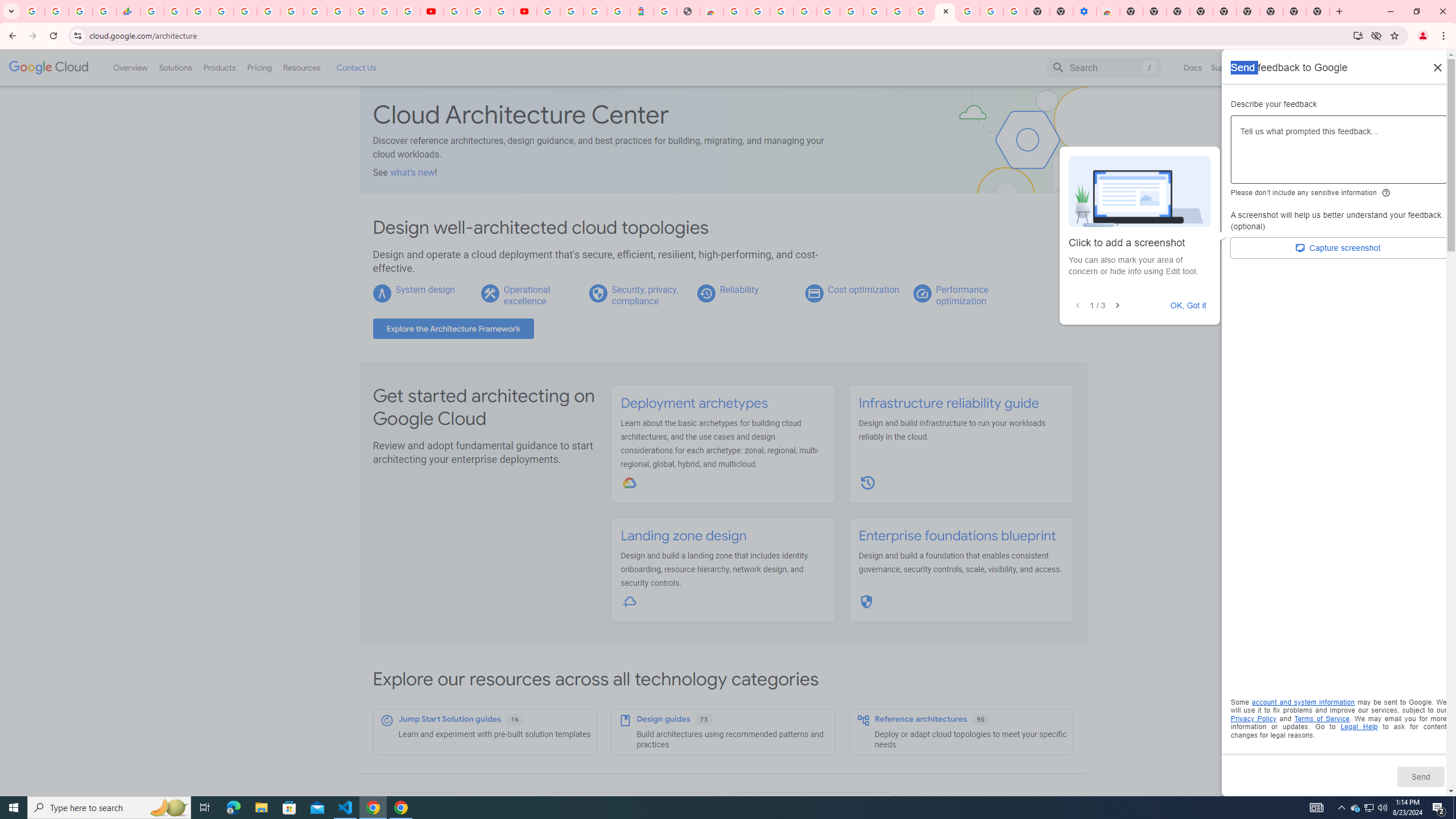 Image resolution: width=1456 pixels, height=819 pixels. Describe the element at coordinates (453, 329) in the screenshot. I see `'Explore the Architecture Framework'` at that location.